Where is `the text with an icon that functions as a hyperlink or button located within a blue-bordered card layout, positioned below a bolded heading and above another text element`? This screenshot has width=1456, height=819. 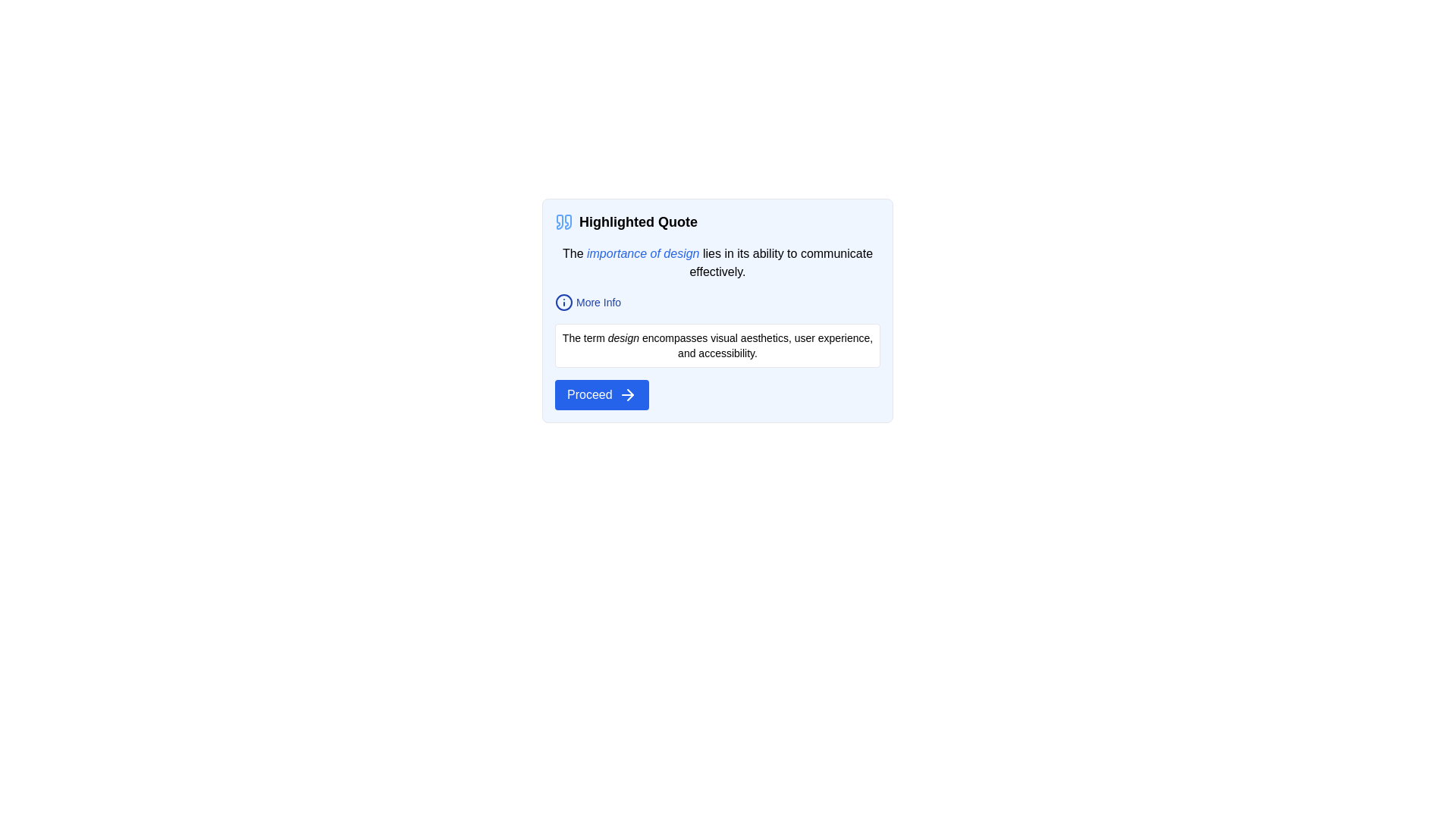 the text with an icon that functions as a hyperlink or button located within a blue-bordered card layout, positioned below a bolded heading and above another text element is located at coordinates (587, 302).